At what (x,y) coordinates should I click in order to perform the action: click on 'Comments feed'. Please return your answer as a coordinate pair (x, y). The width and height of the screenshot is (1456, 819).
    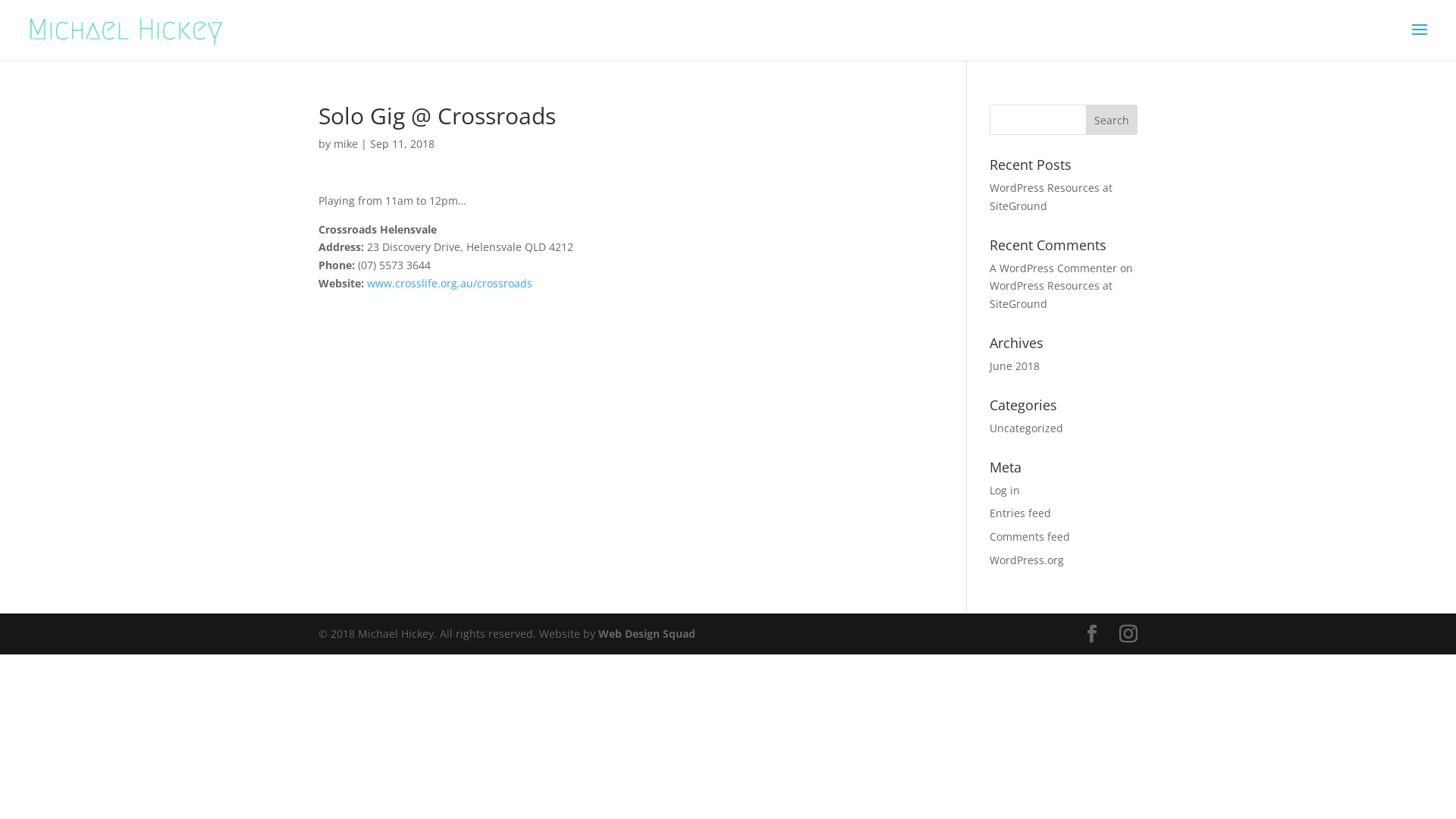
    Looking at the image, I should click on (1030, 535).